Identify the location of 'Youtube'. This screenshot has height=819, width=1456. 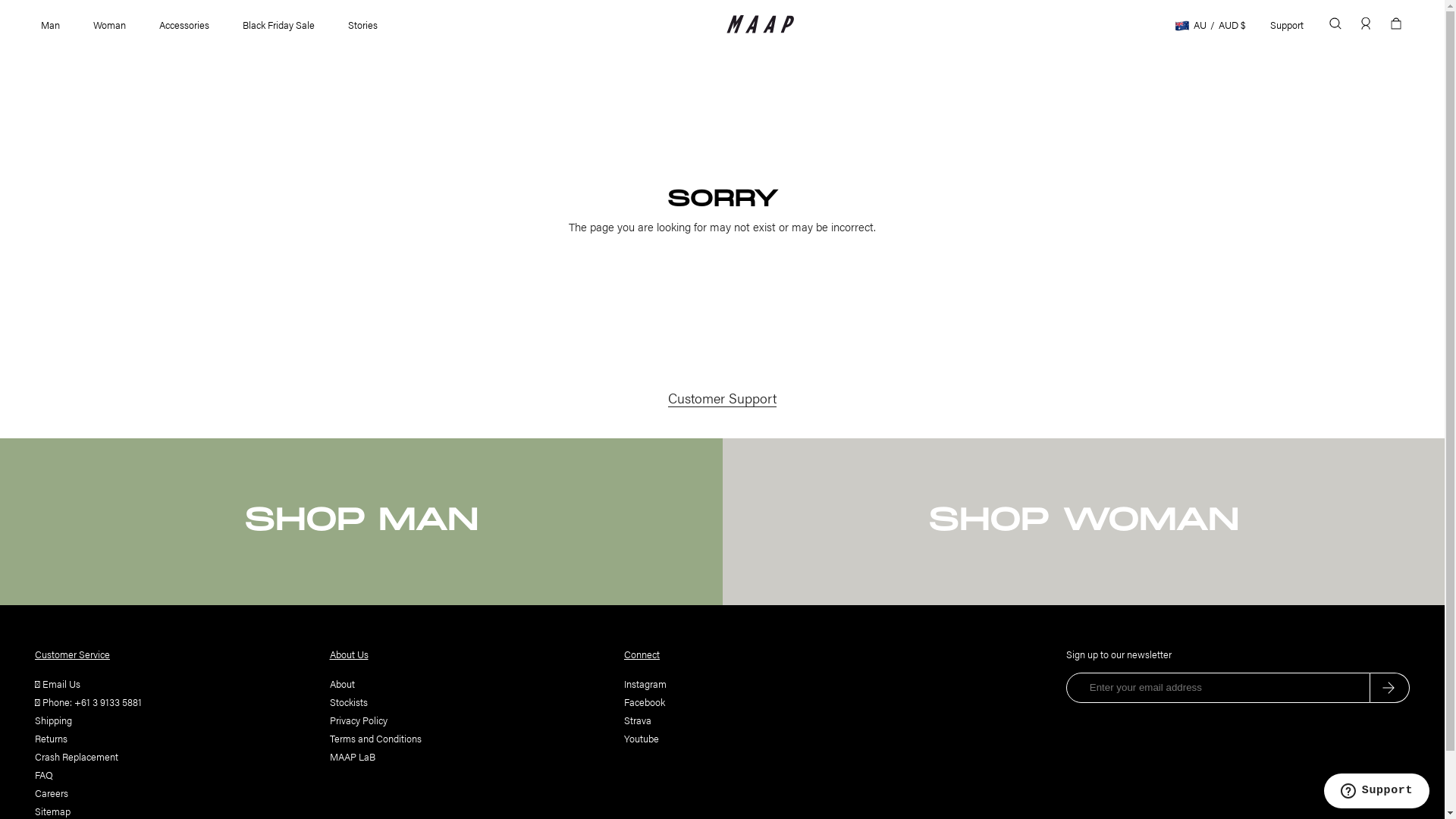
(641, 737).